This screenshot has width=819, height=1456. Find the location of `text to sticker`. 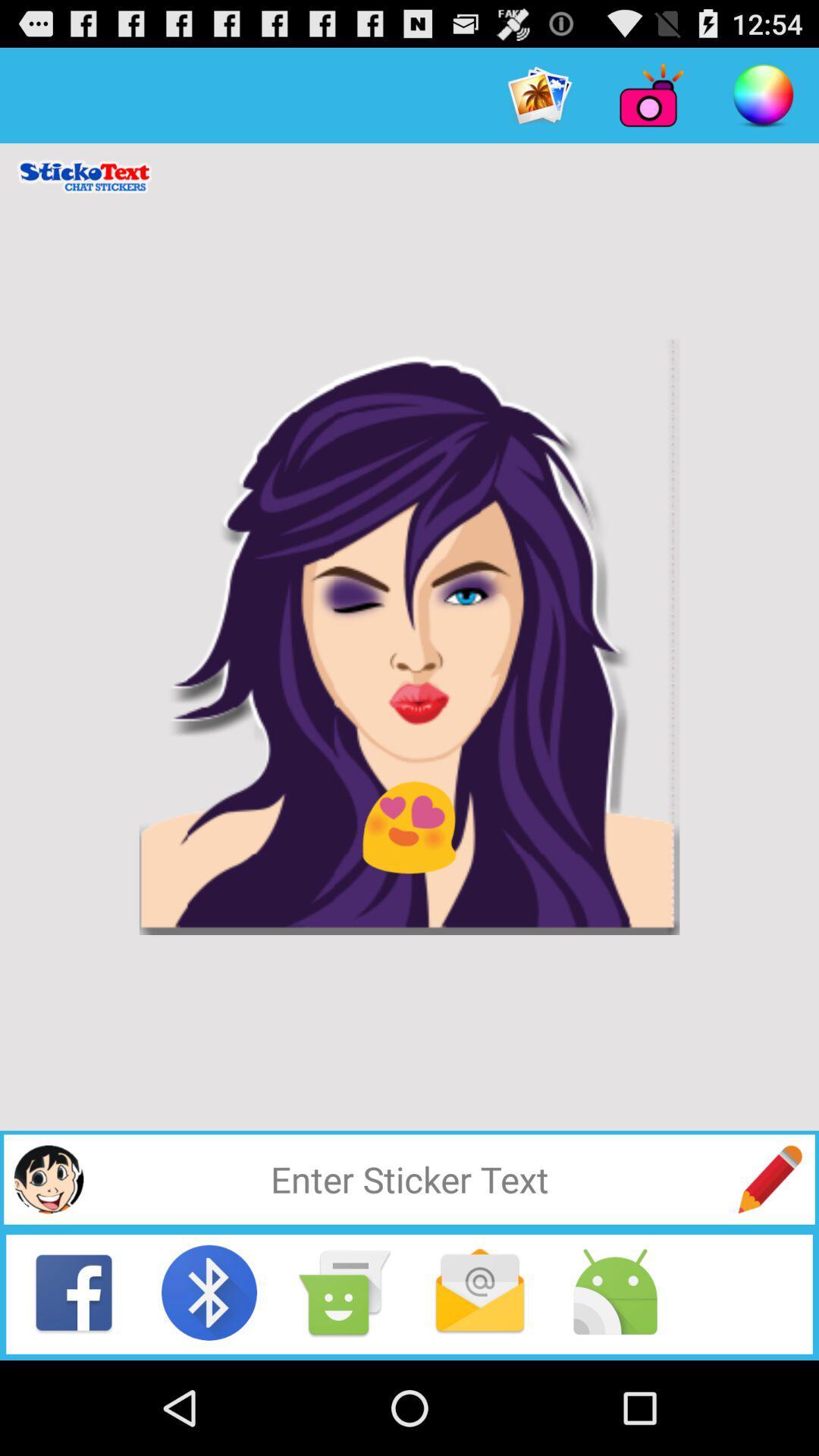

text to sticker is located at coordinates (409, 1178).